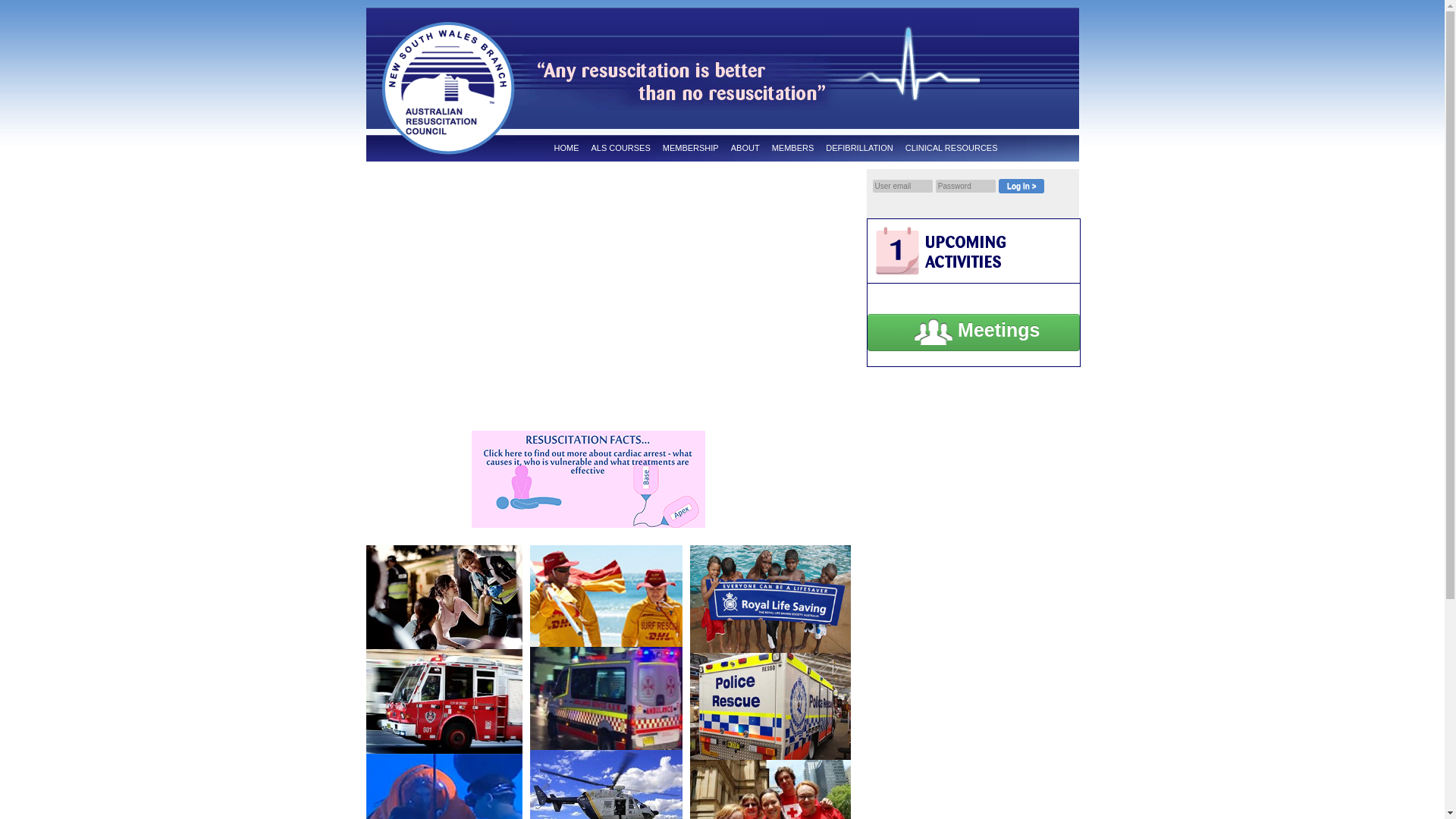 This screenshot has height=819, width=1456. Describe the element at coordinates (792, 148) in the screenshot. I see `'MEMBERS'` at that location.